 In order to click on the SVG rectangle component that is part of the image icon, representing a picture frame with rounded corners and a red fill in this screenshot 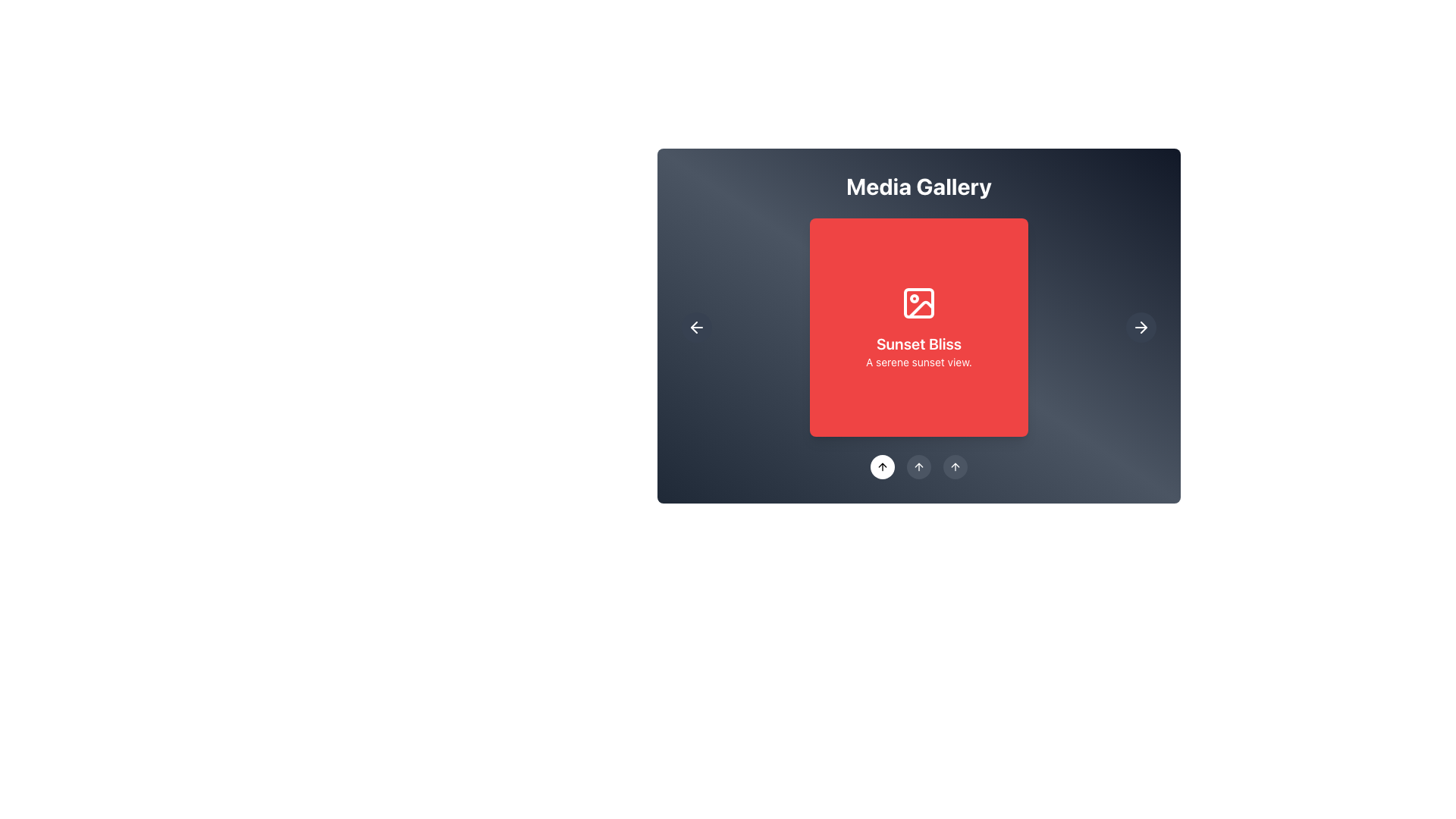, I will do `click(918, 303)`.